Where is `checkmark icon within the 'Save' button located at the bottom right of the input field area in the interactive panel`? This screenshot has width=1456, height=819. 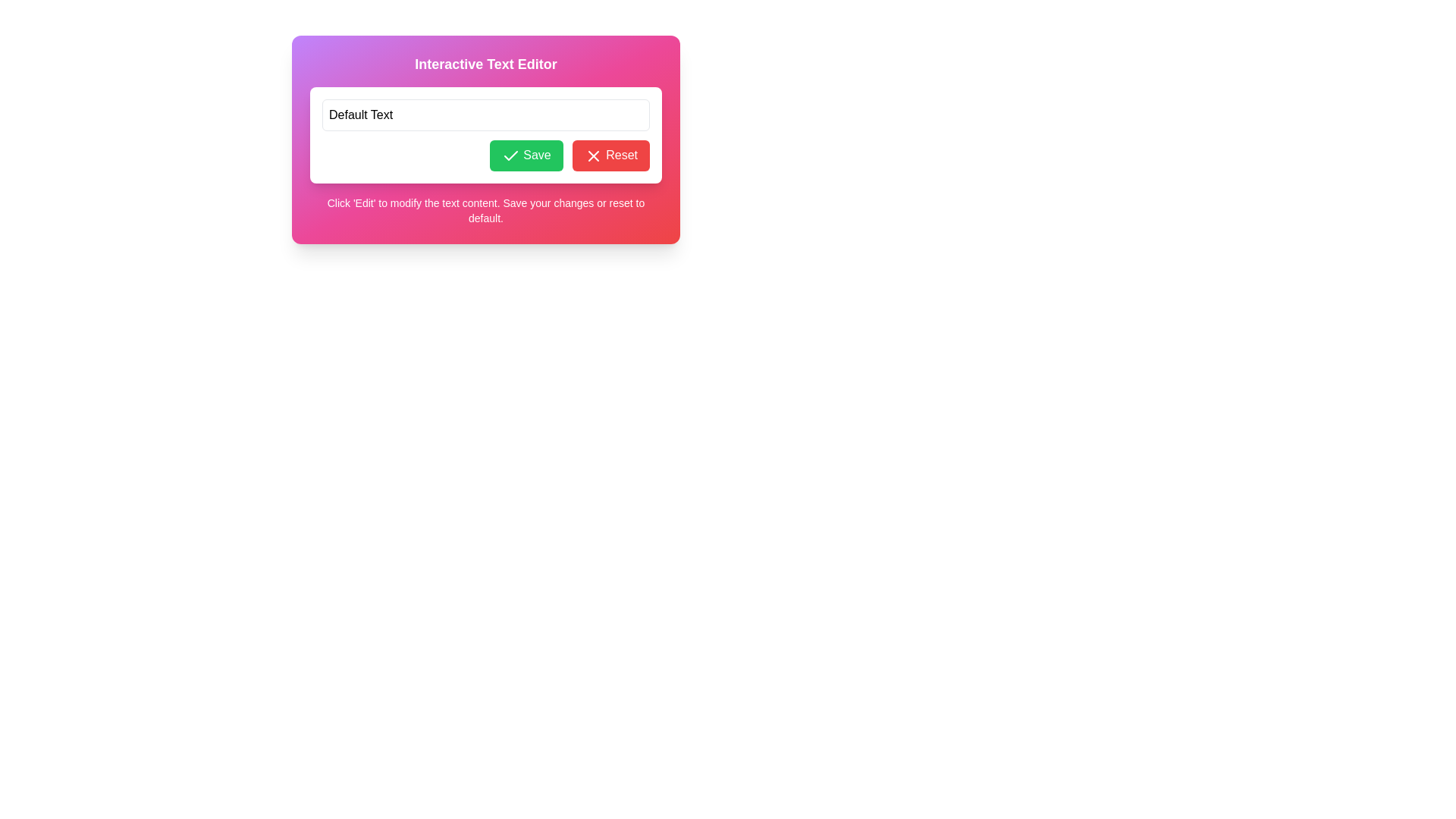 checkmark icon within the 'Save' button located at the bottom right of the input field area in the interactive panel is located at coordinates (510, 155).